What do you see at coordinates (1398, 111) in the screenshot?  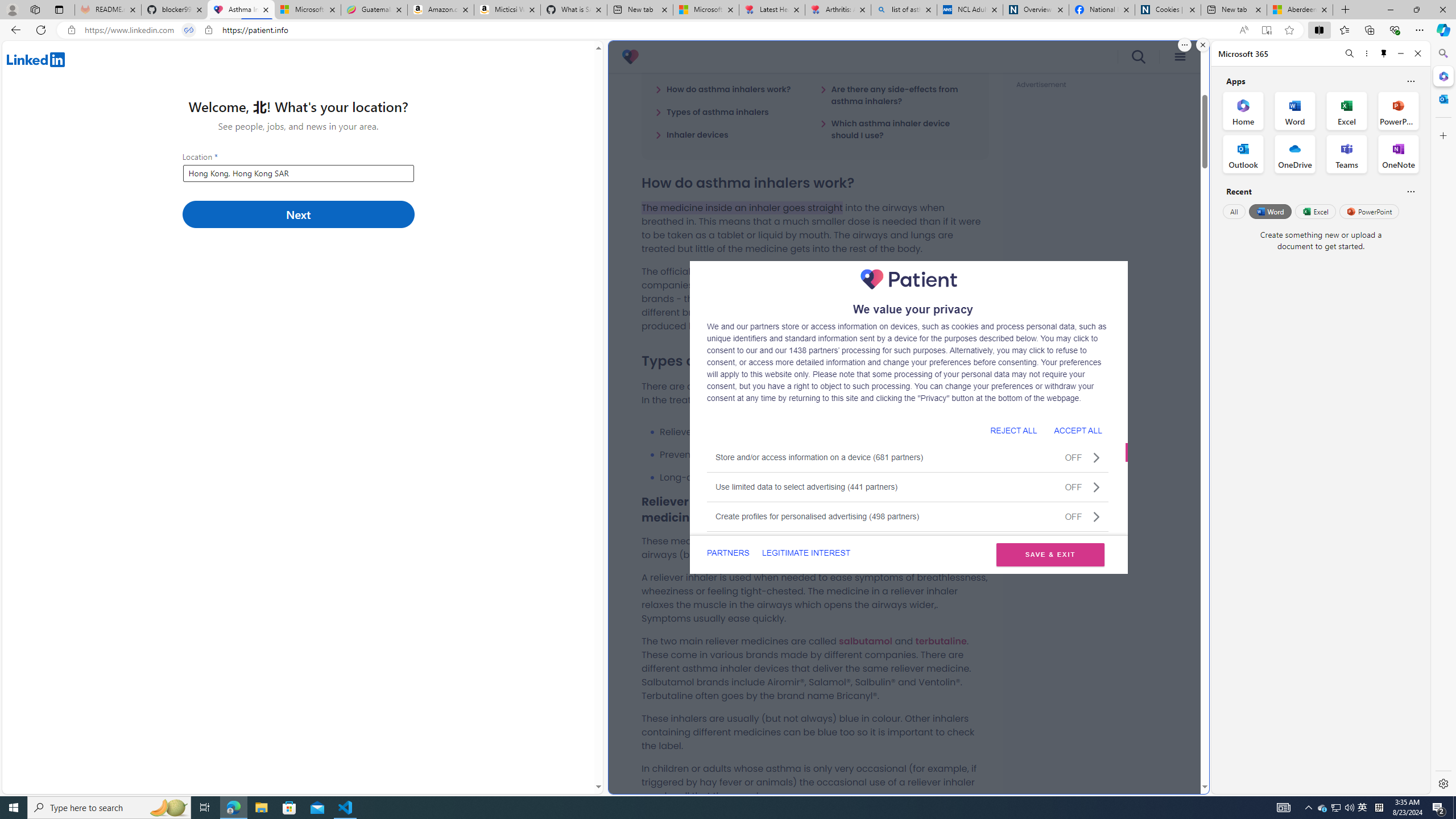 I see `'PowerPoint Office App'` at bounding box center [1398, 111].